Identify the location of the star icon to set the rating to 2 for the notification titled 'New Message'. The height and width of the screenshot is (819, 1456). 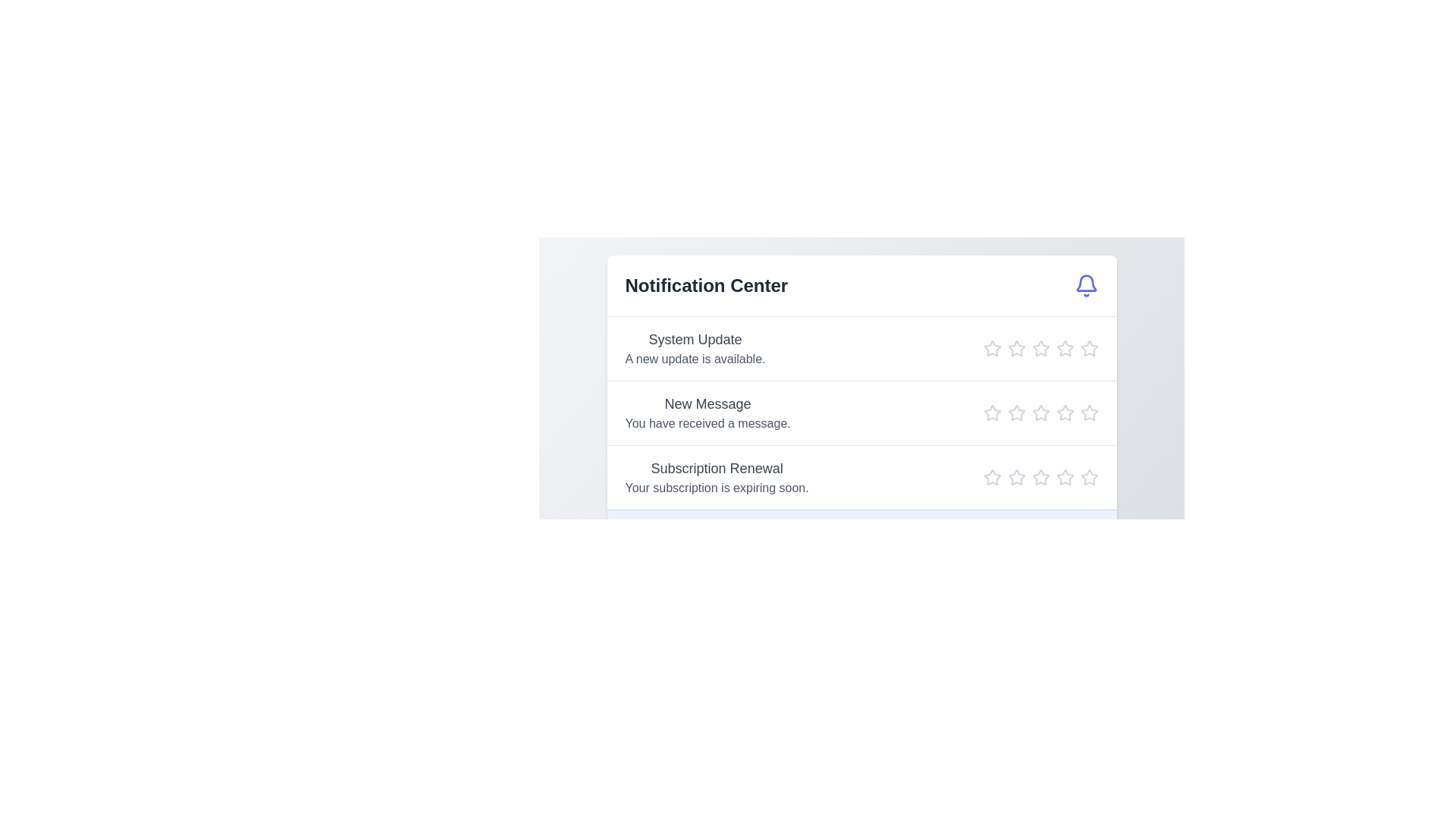
(1016, 413).